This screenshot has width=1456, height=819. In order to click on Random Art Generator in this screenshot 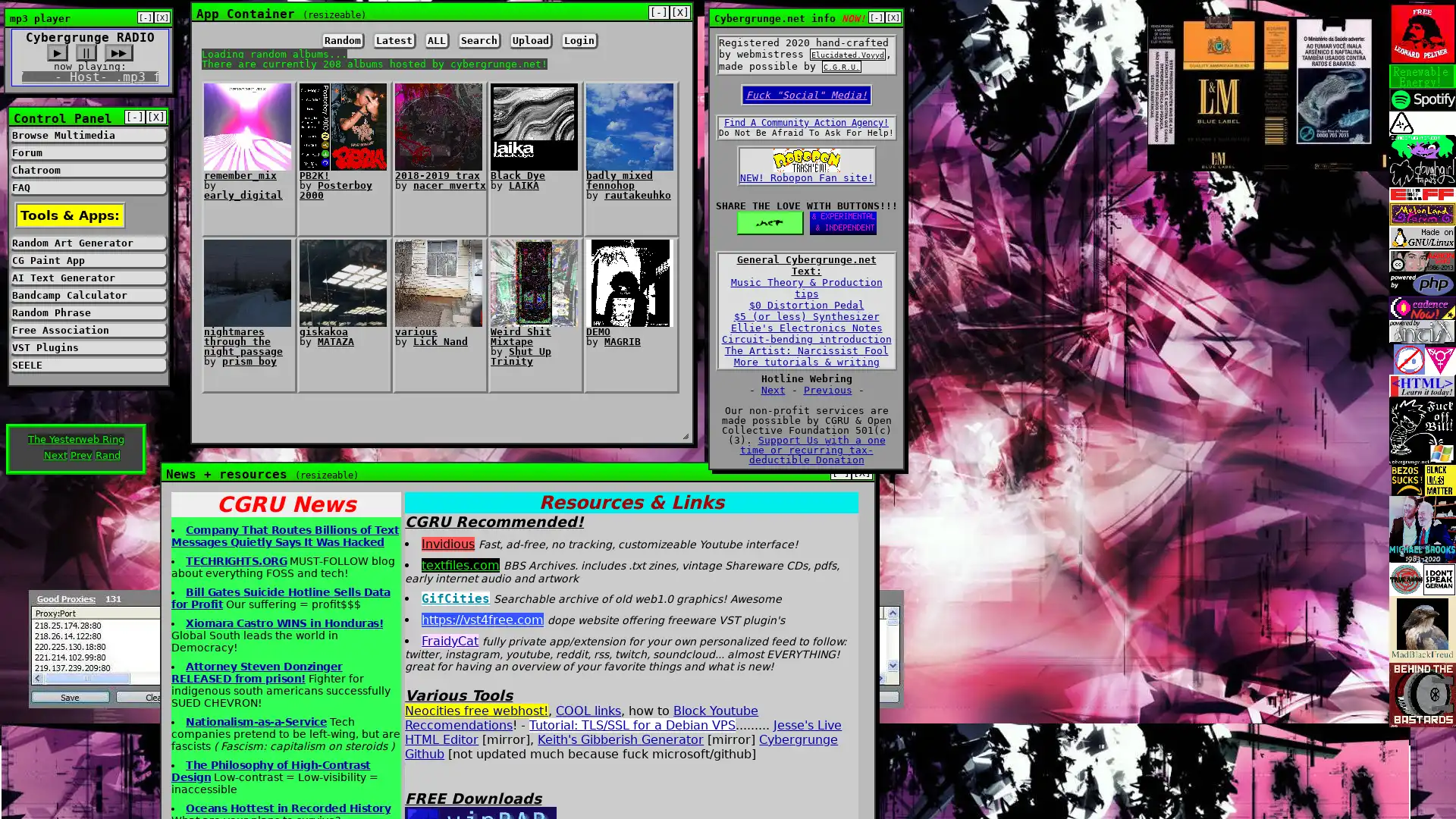, I will do `click(87, 242)`.